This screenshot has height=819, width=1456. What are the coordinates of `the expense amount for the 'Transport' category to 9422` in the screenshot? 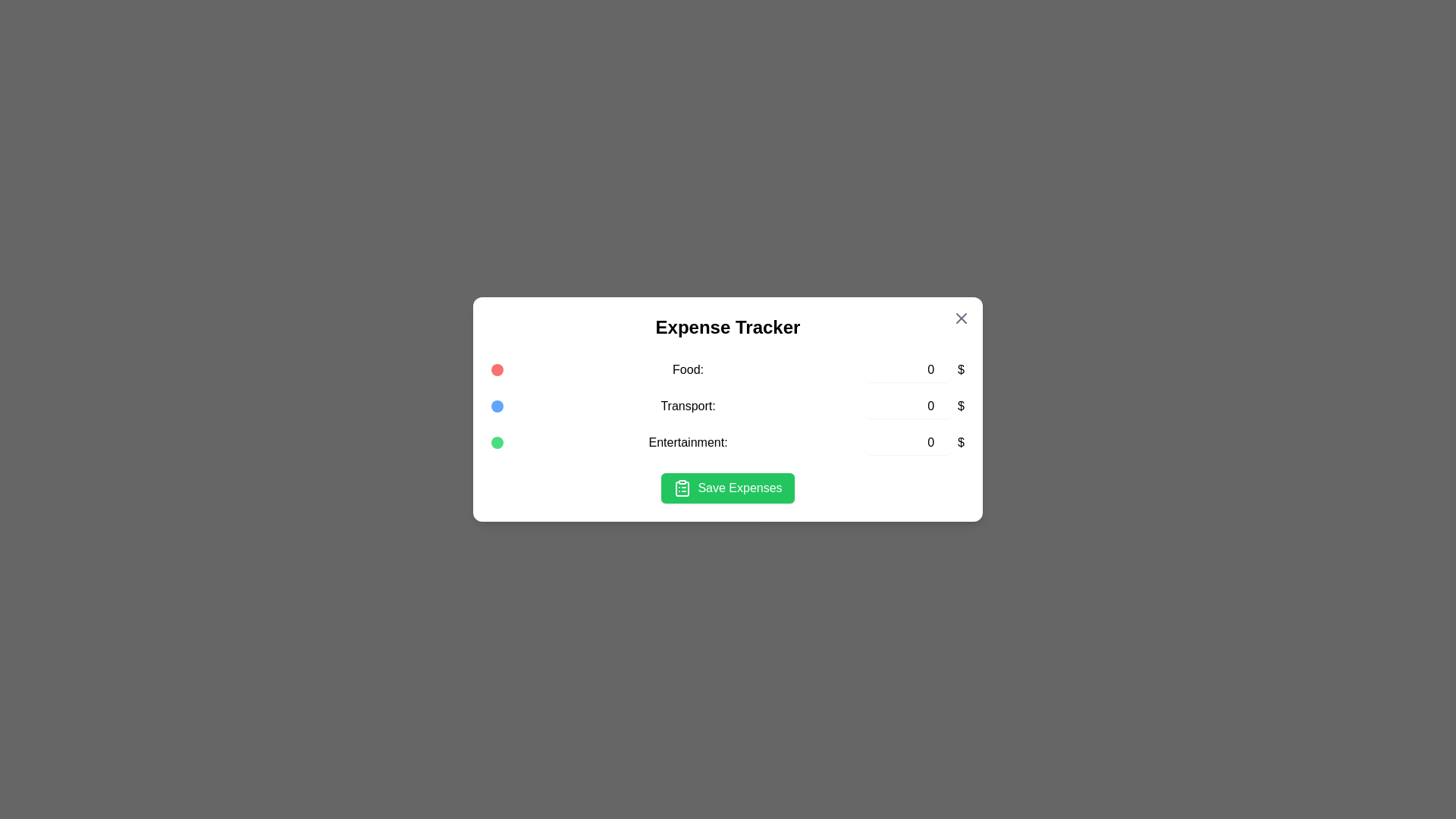 It's located at (909, 406).